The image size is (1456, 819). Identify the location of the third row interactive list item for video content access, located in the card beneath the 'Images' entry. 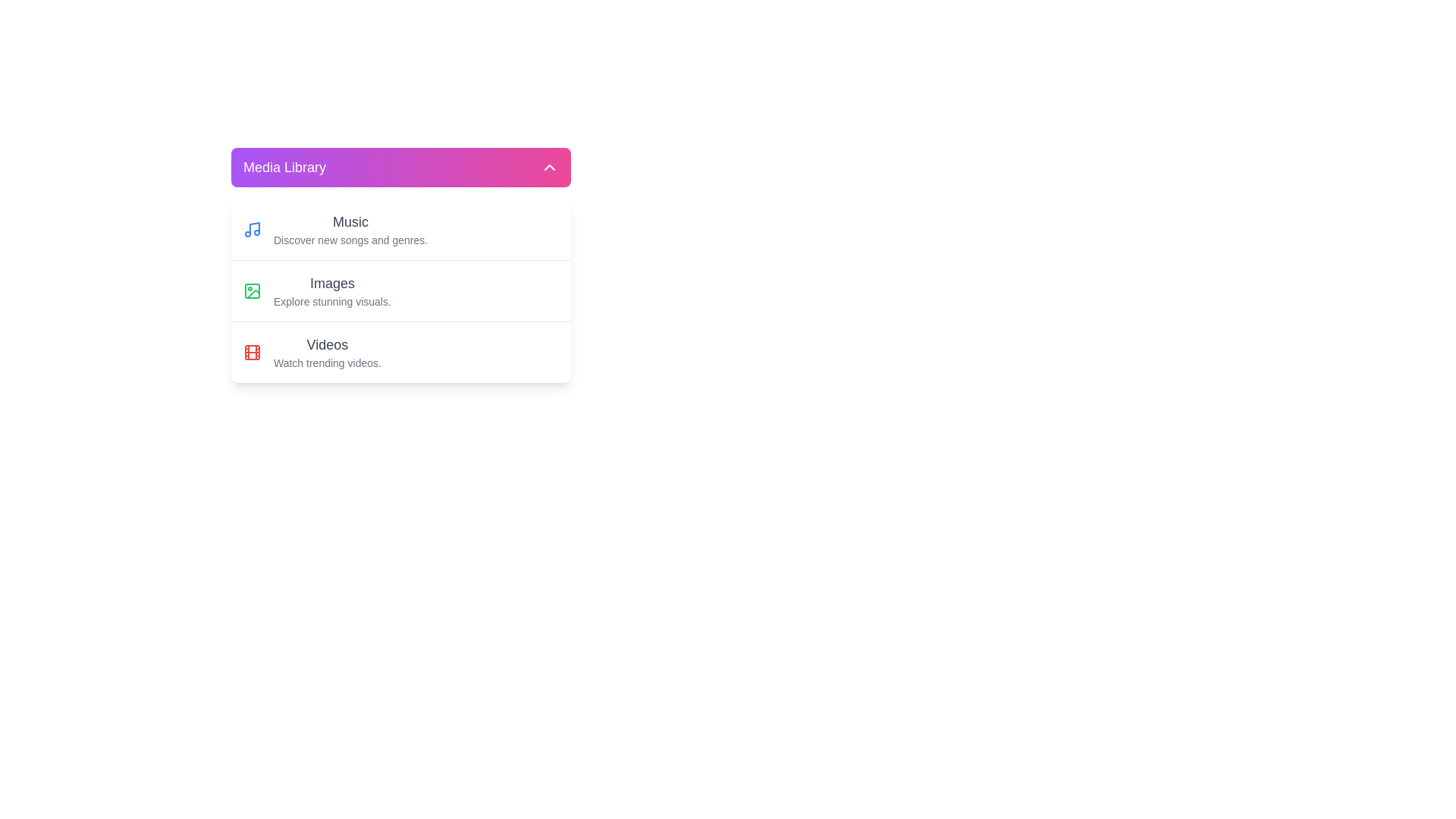
(400, 351).